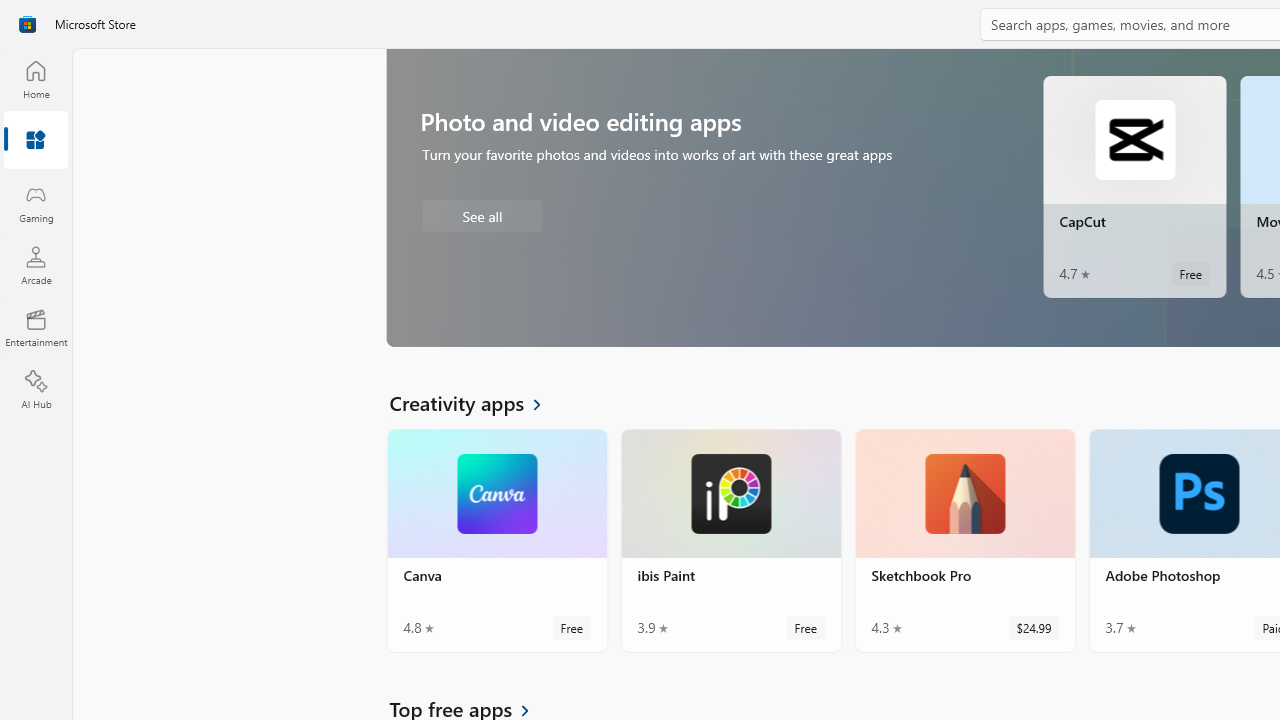 This screenshot has width=1280, height=720. Describe the element at coordinates (1134, 194) in the screenshot. I see `'CapCut. Average rating of 4.7 out of five stars. Free  '` at that location.